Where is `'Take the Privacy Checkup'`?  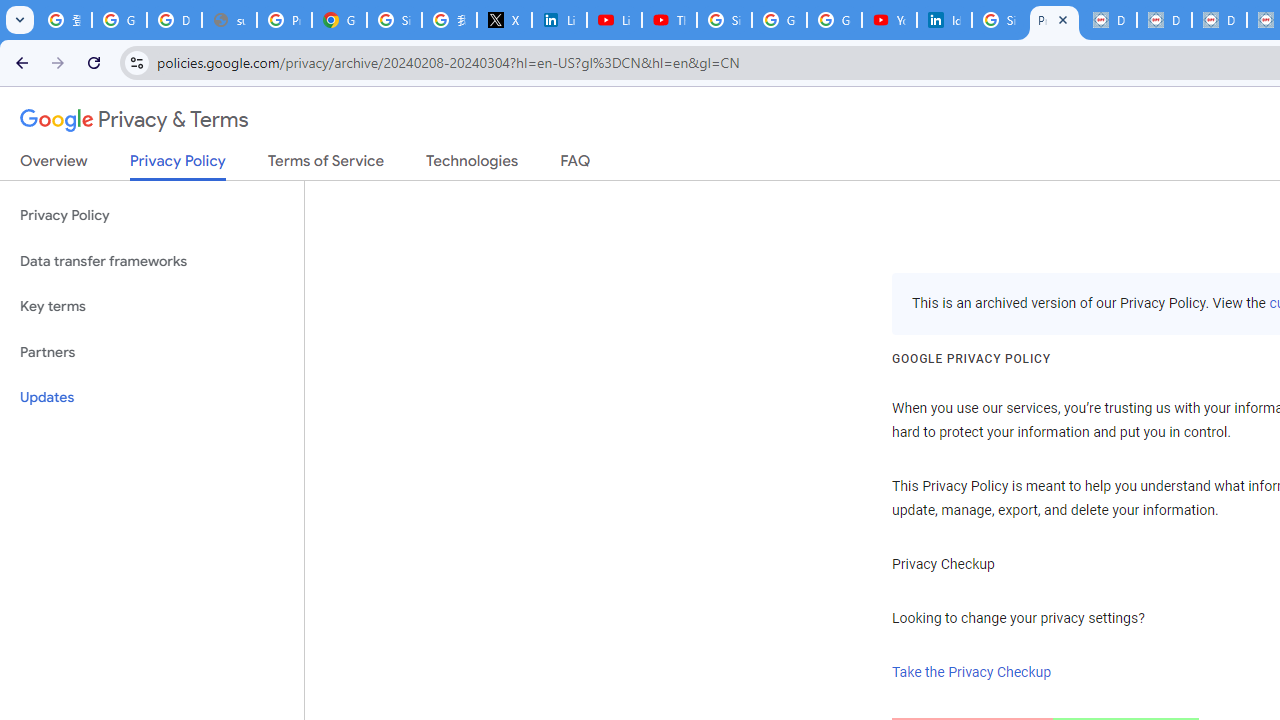
'Take the Privacy Checkup' is located at coordinates (972, 672).